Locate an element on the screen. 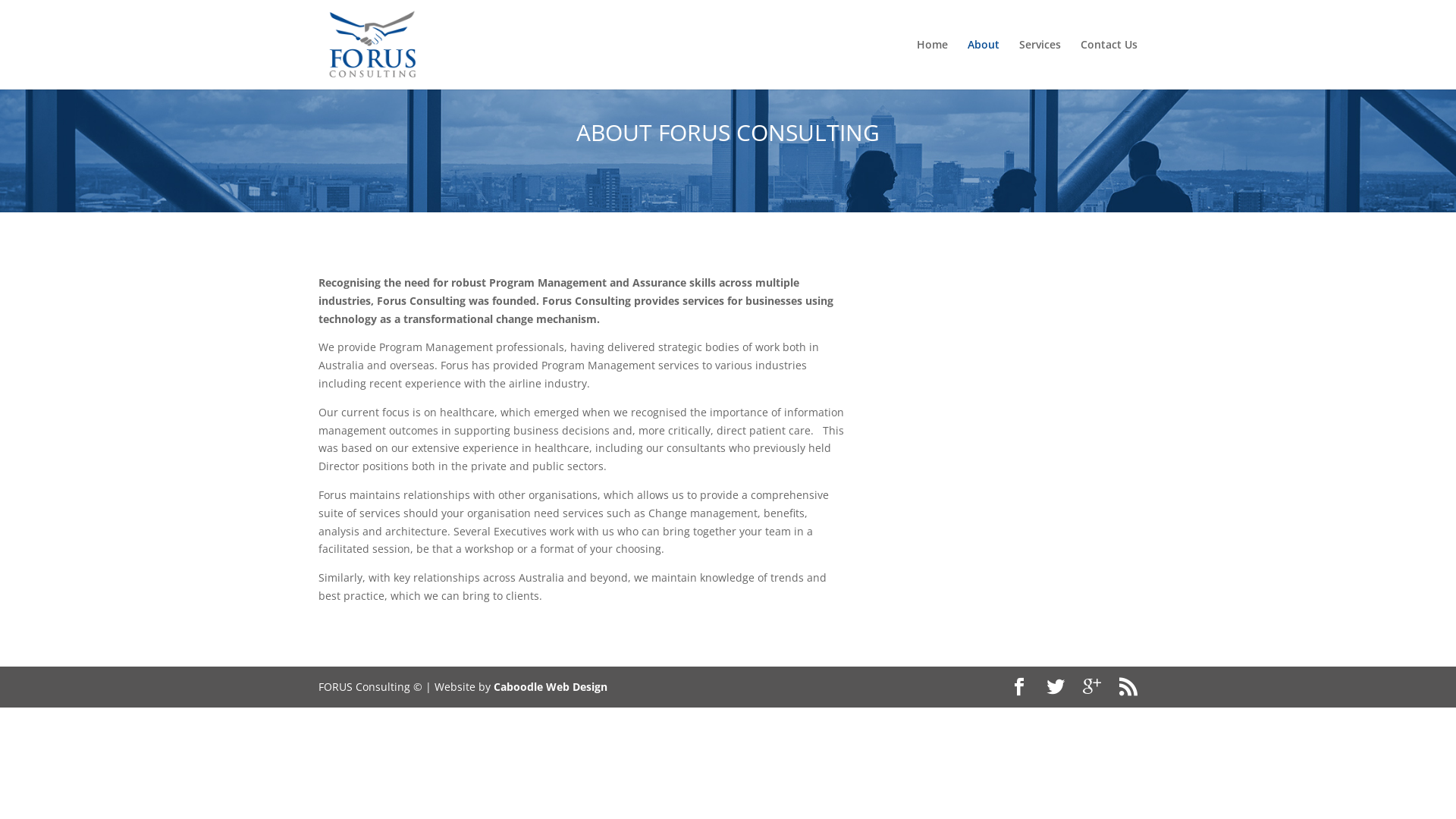 The height and width of the screenshot is (819, 1456). 'About' is located at coordinates (983, 63).